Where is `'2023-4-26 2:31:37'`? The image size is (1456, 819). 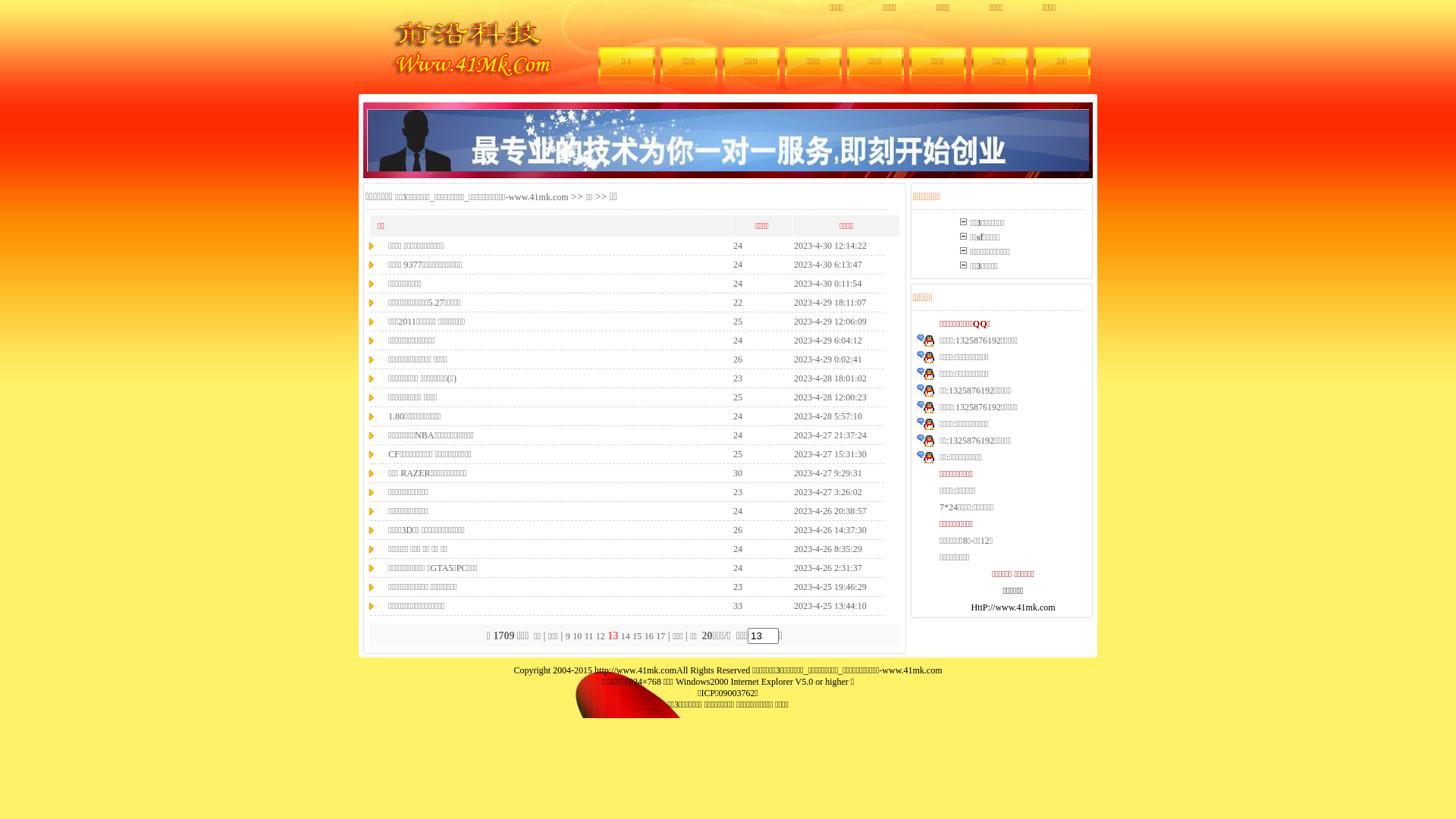 '2023-4-26 2:31:37' is located at coordinates (827, 567).